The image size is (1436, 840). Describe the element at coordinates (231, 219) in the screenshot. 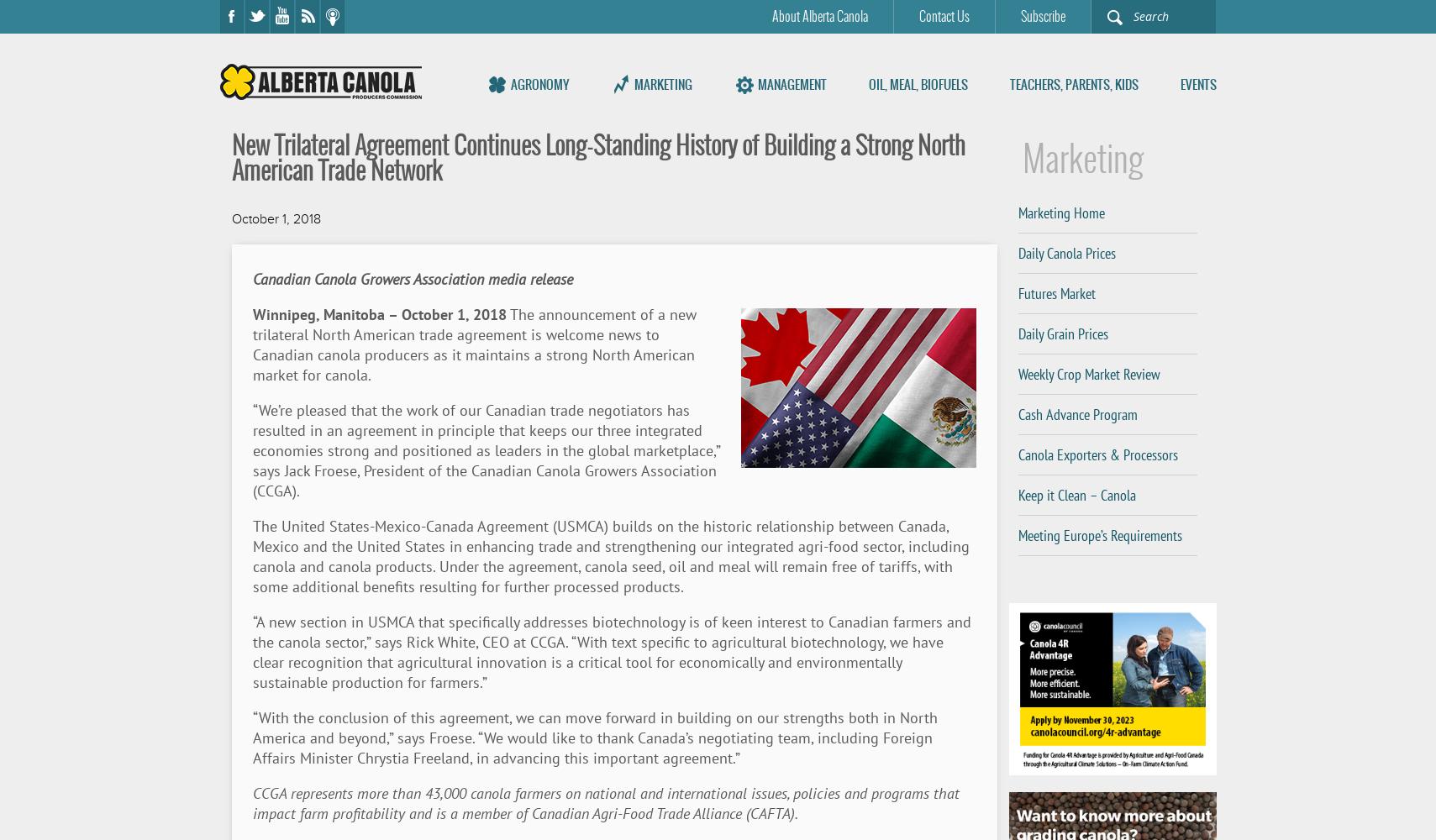

I see `'October 1, 2018'` at that location.